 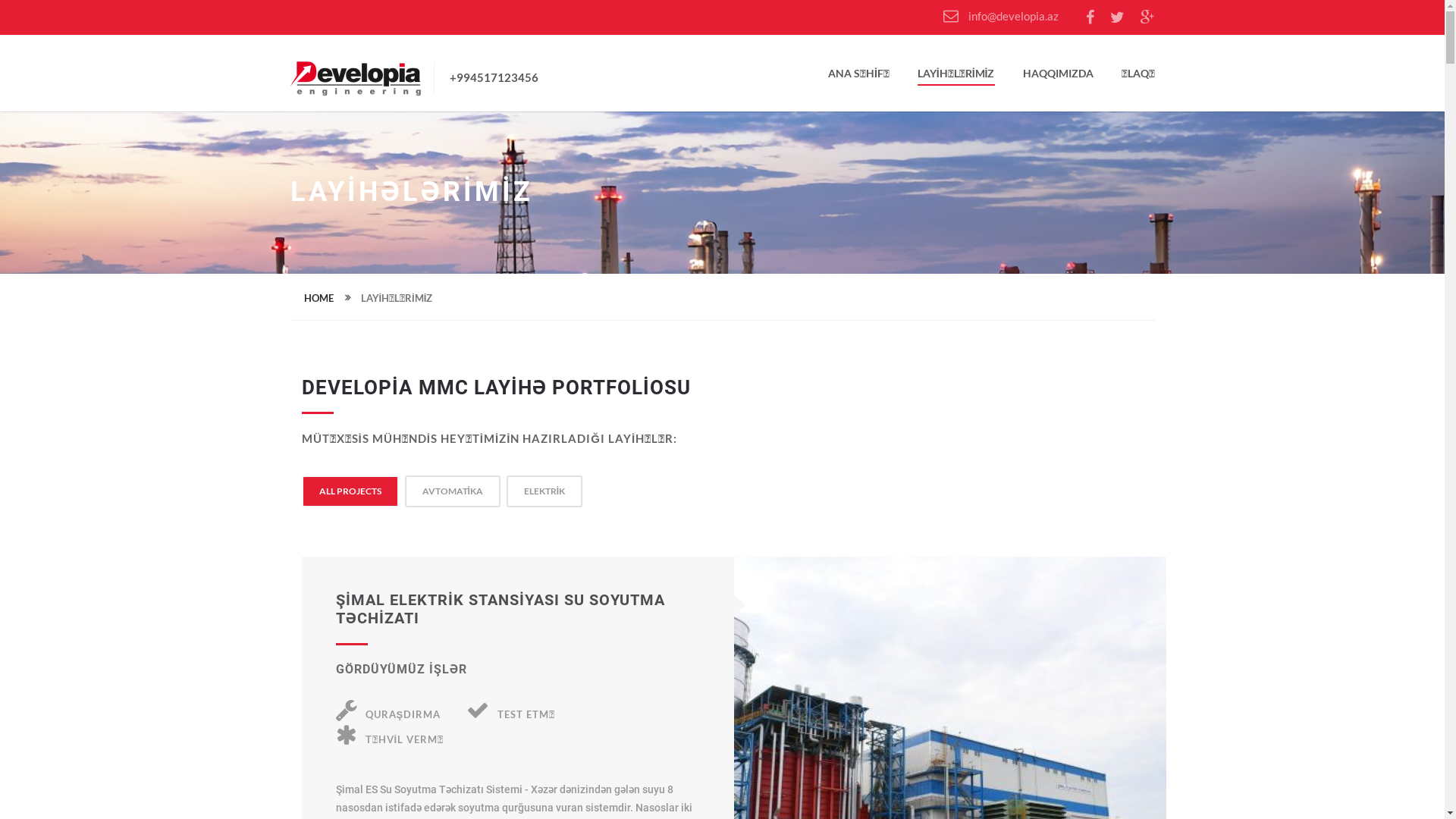 What do you see at coordinates (942, 15) in the screenshot?
I see `'info@developia.az'` at bounding box center [942, 15].